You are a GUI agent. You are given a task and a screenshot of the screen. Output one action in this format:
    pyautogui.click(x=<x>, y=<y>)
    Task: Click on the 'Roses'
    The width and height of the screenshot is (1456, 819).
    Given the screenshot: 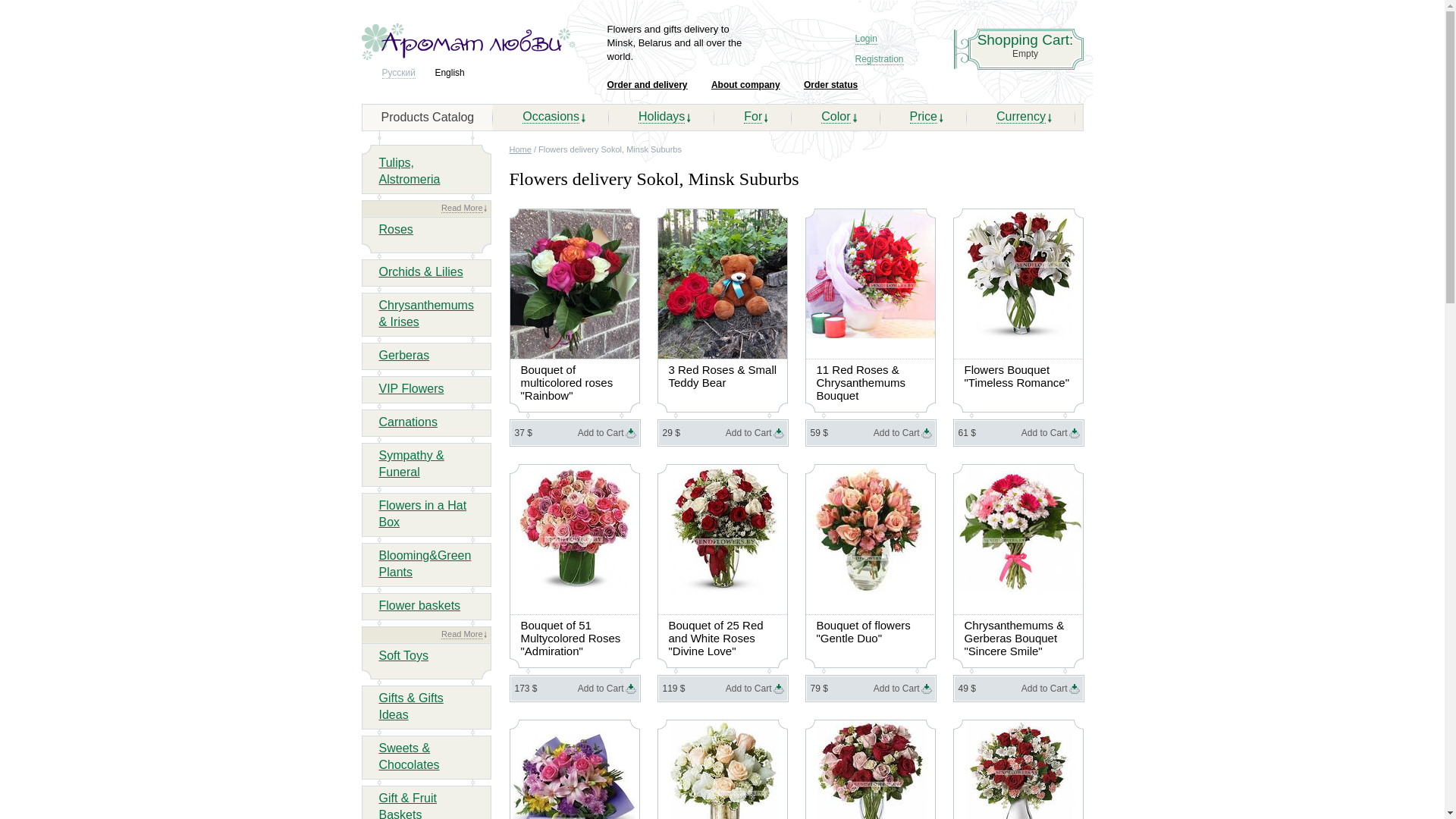 What is the action you would take?
    pyautogui.click(x=396, y=229)
    